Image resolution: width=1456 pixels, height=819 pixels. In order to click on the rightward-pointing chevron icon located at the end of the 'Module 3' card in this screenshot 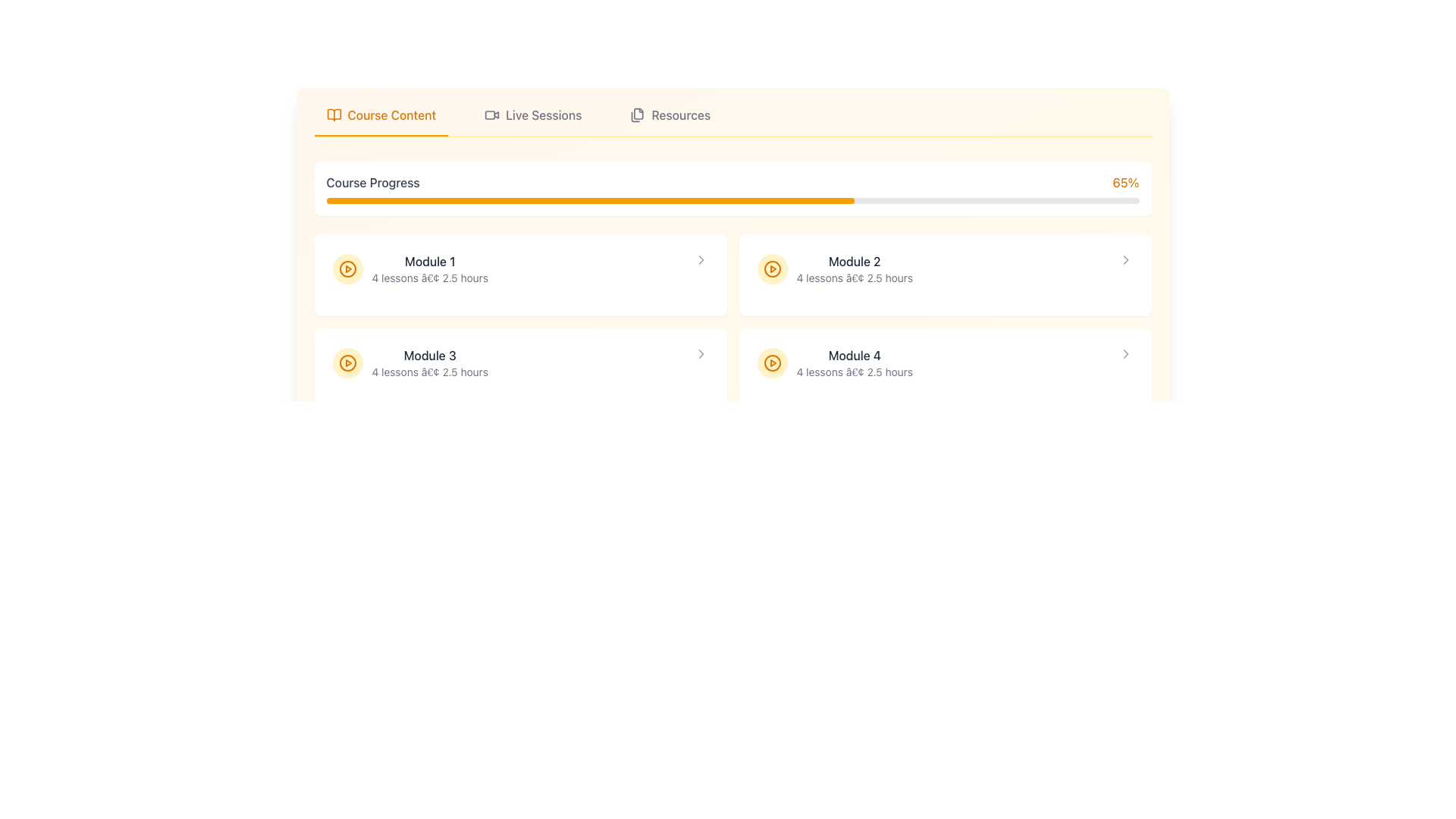, I will do `click(700, 353)`.